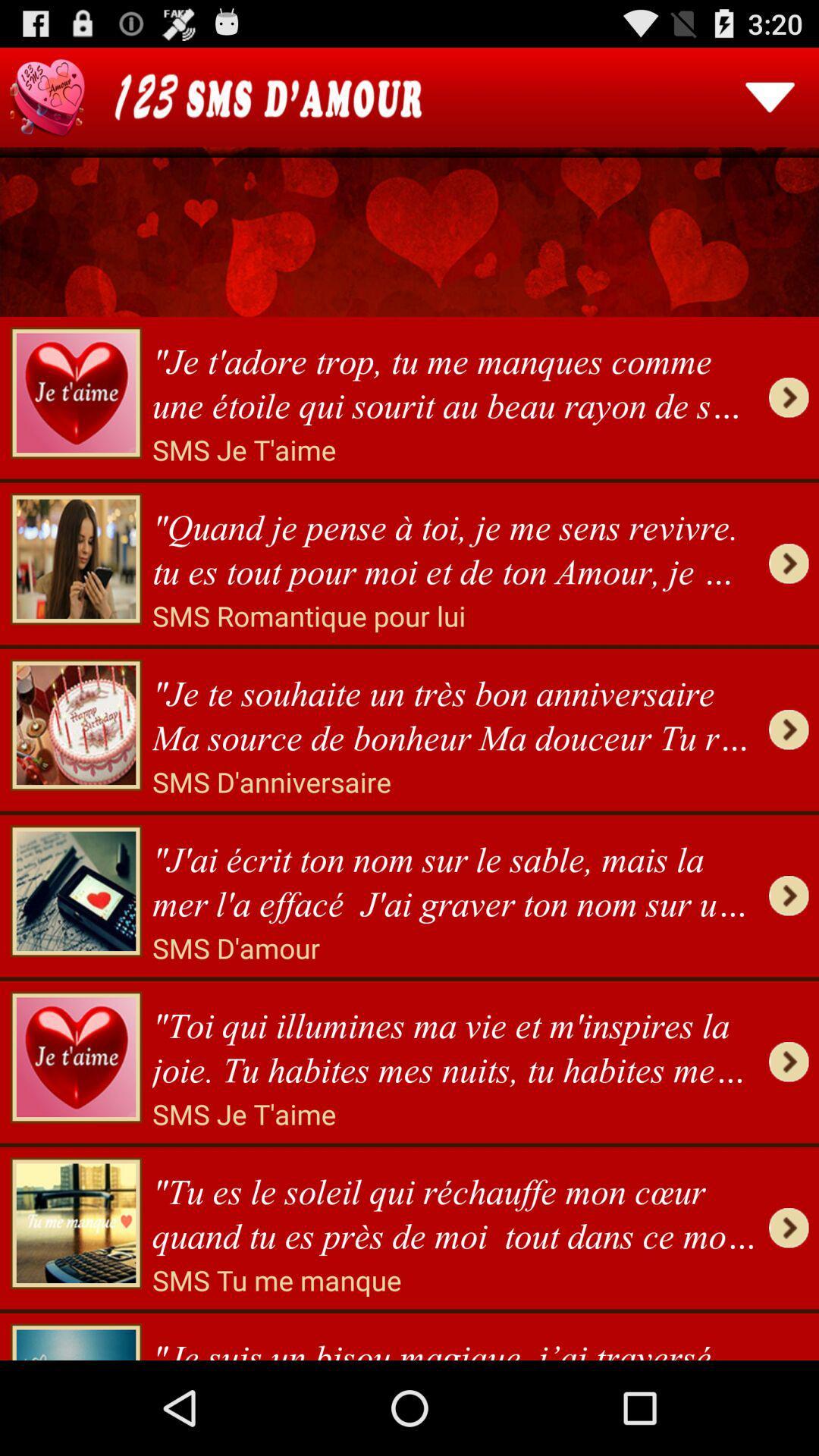 Image resolution: width=819 pixels, height=1456 pixels. What do you see at coordinates (770, 96) in the screenshot?
I see `dropdown icon` at bounding box center [770, 96].